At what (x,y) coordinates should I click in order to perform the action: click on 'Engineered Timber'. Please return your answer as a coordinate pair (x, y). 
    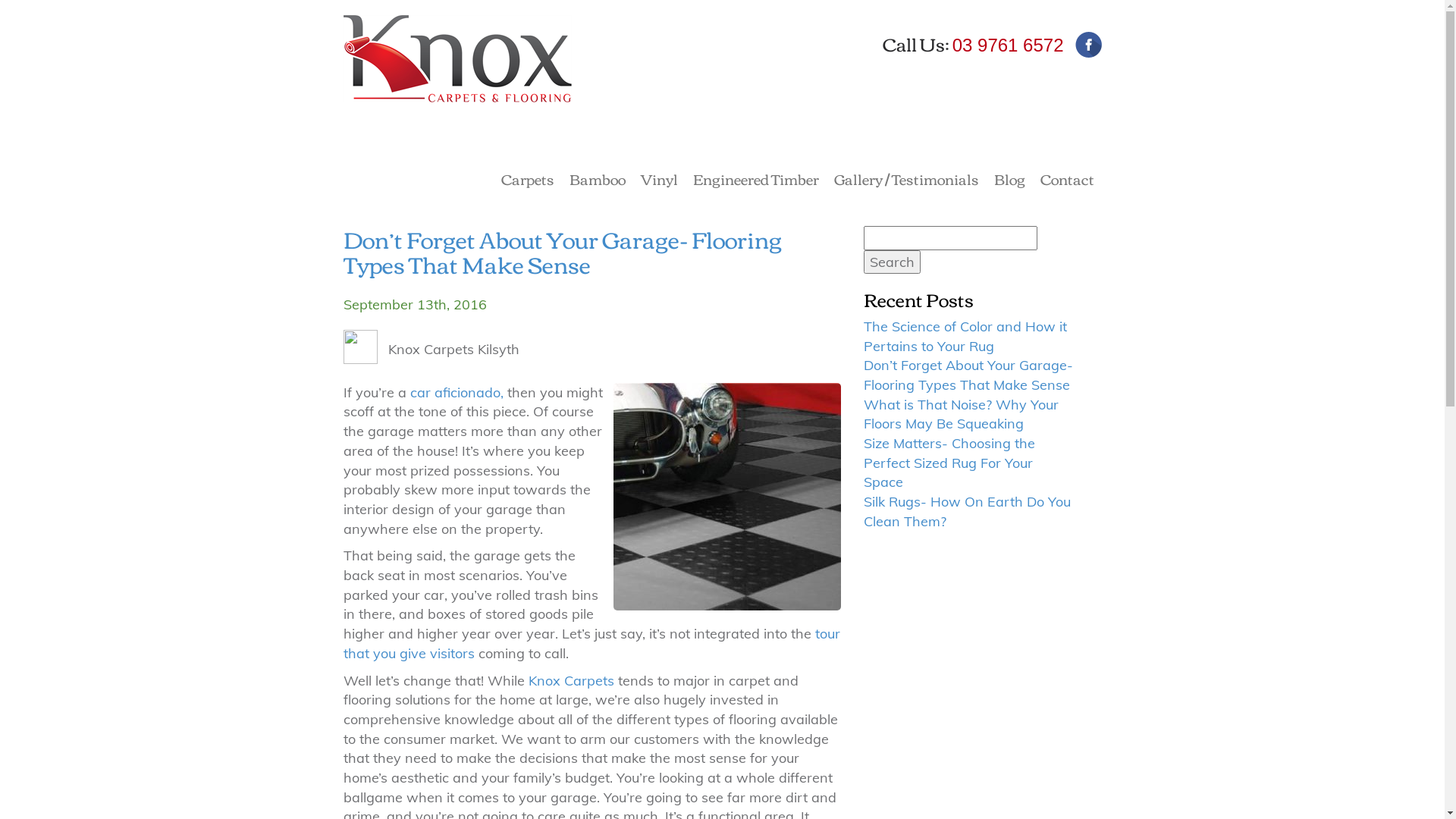
    Looking at the image, I should click on (756, 180).